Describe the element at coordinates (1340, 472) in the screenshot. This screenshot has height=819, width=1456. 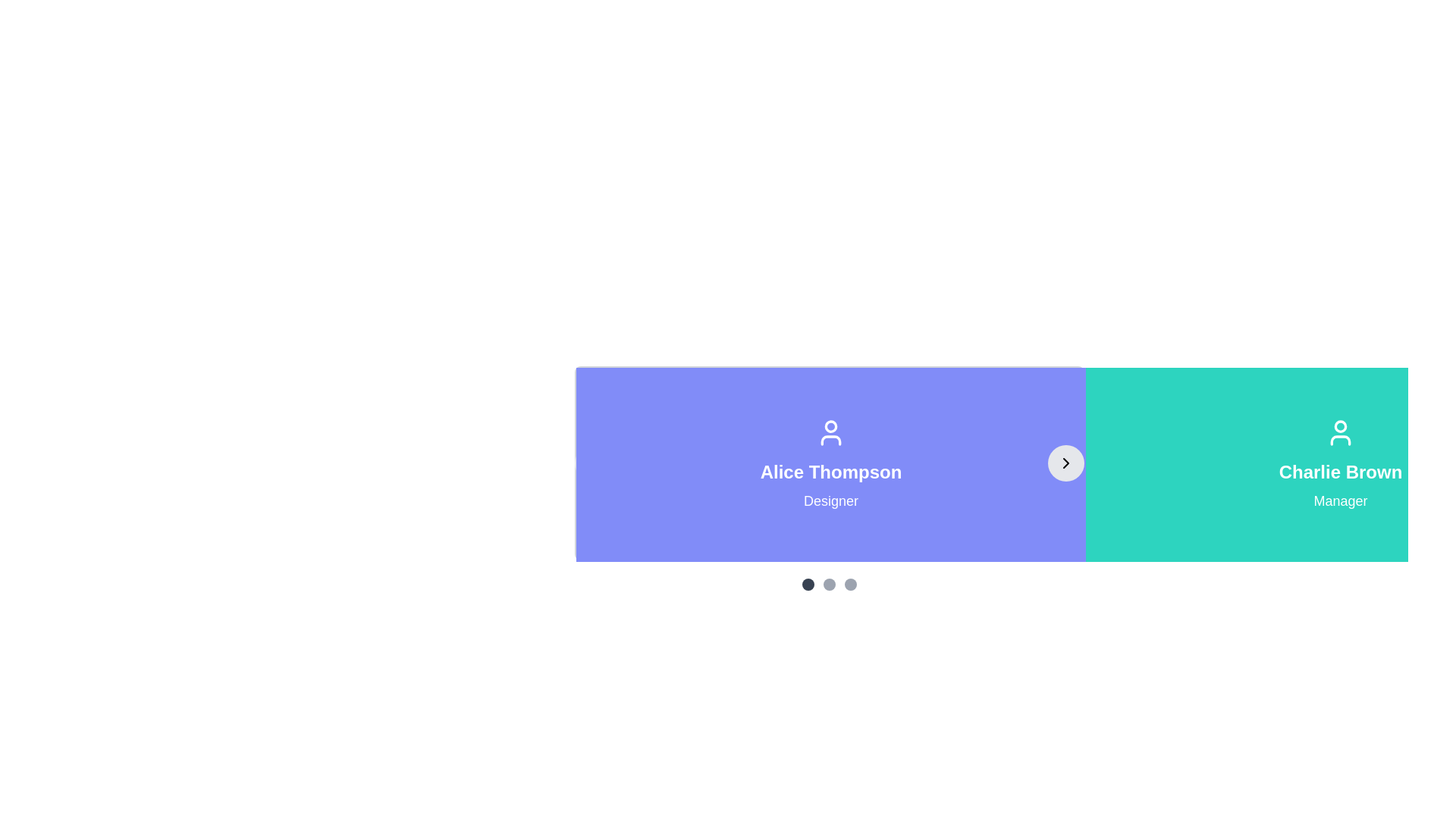
I see `the Label or Text Display that serves as a textual representation of a name, located underneath a user avatar icon and above the text 'Manager'` at that location.